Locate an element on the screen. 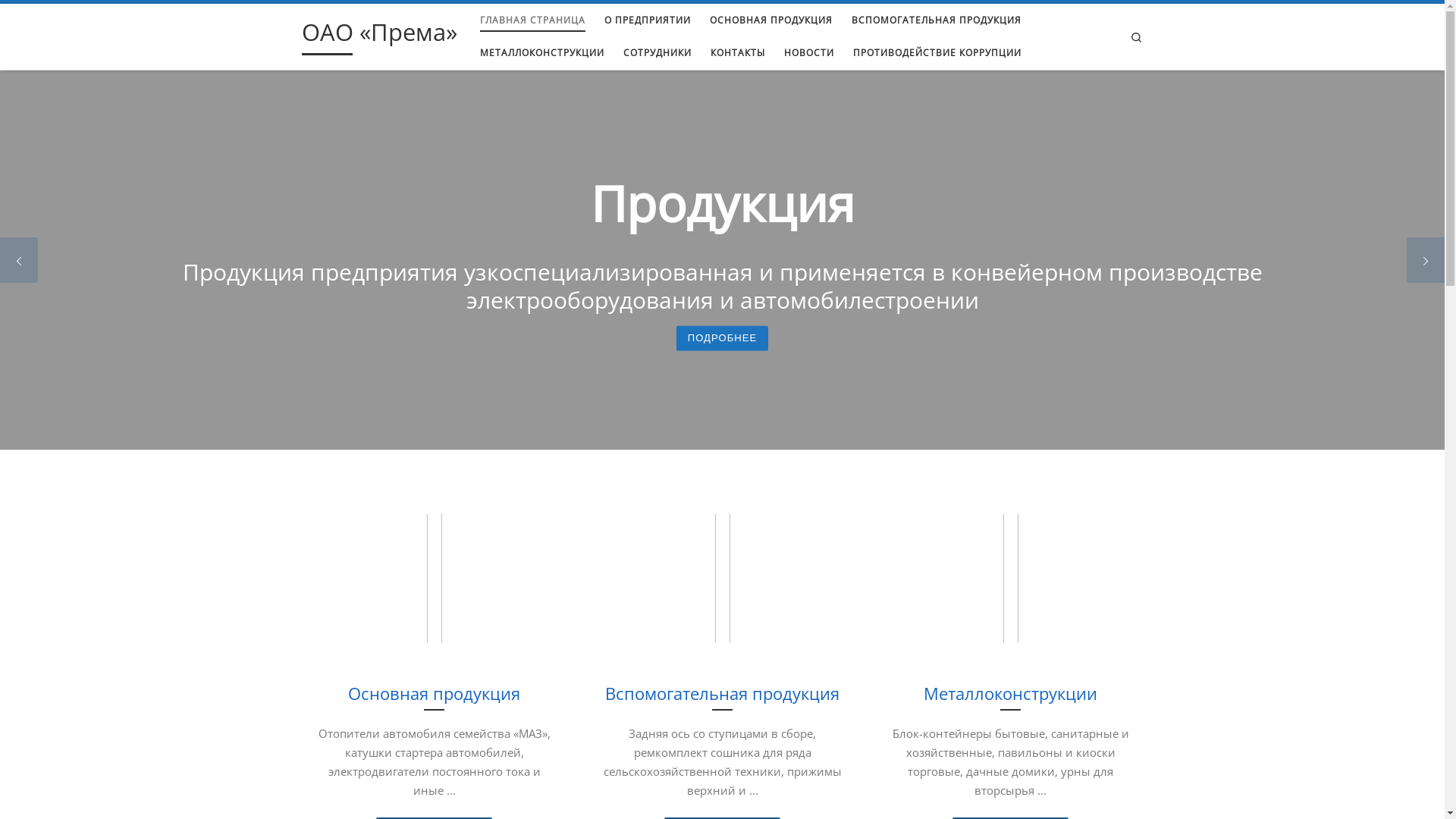  'Search' is located at coordinates (1117, 36).